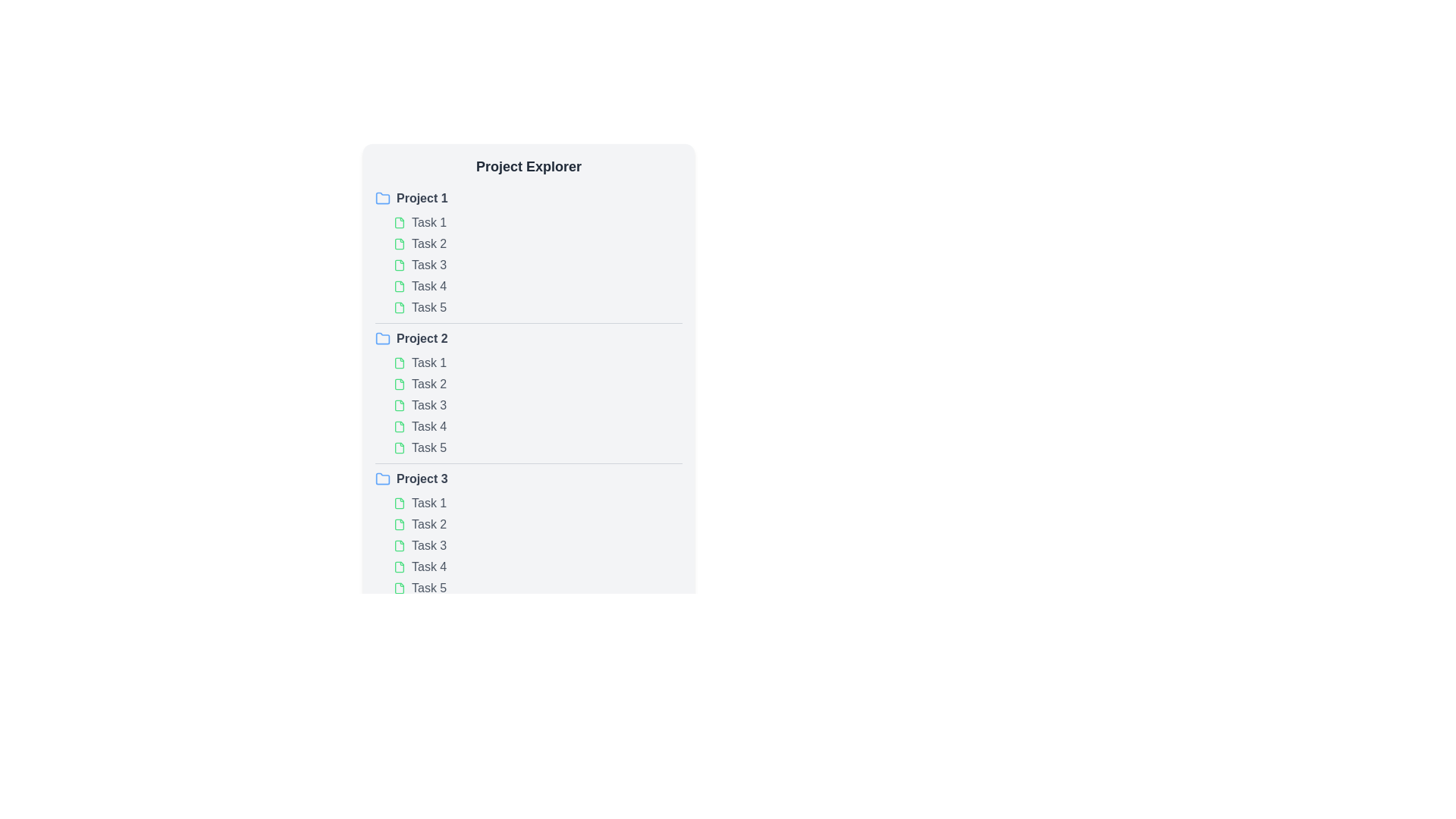  What do you see at coordinates (400, 503) in the screenshot?
I see `the small green file icon located in the third project section, adjacent to the text 'Task 1'` at bounding box center [400, 503].